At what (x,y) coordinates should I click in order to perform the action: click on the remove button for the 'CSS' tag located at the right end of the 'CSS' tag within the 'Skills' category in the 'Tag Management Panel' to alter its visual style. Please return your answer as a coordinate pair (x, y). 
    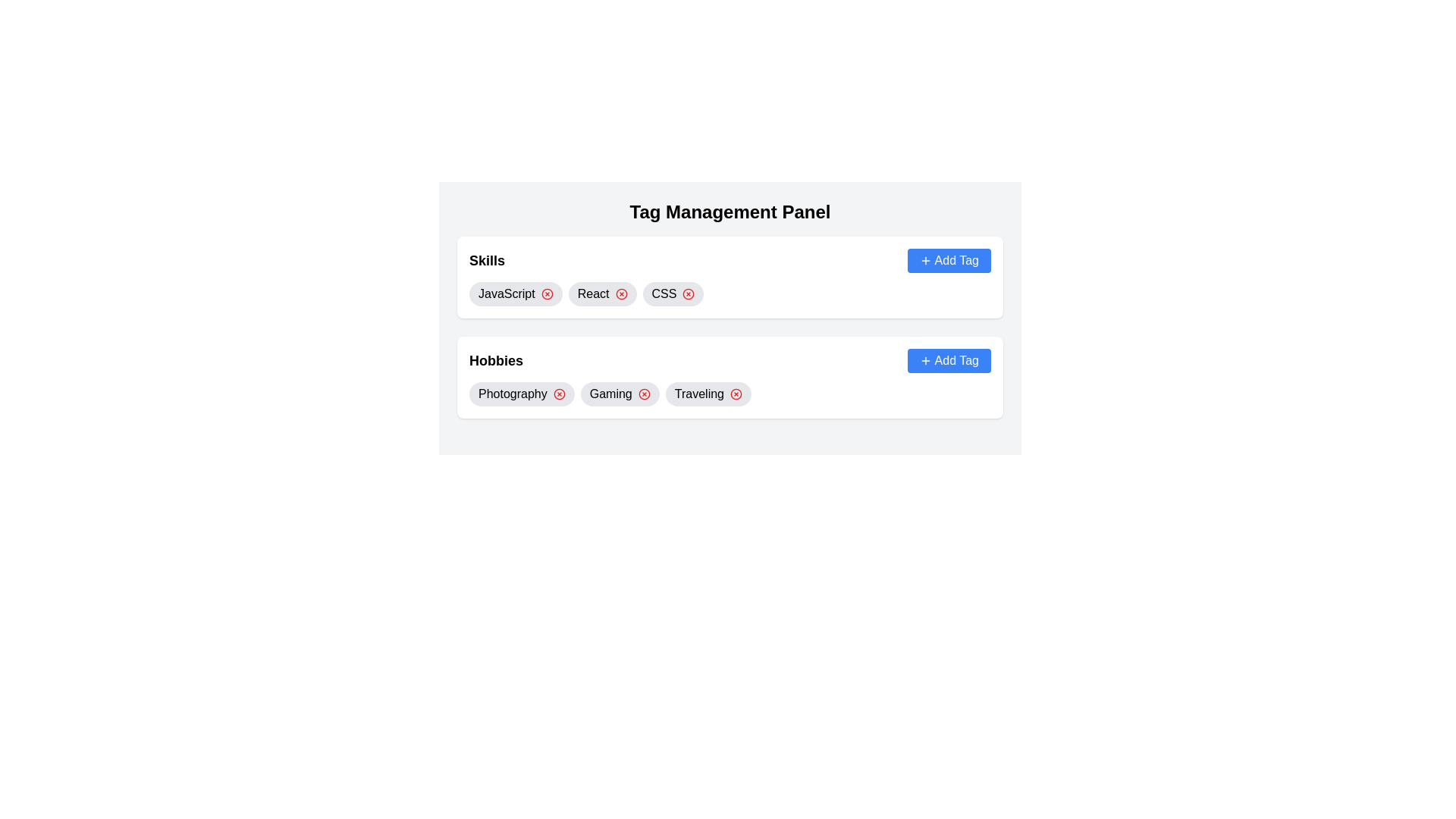
    Looking at the image, I should click on (688, 294).